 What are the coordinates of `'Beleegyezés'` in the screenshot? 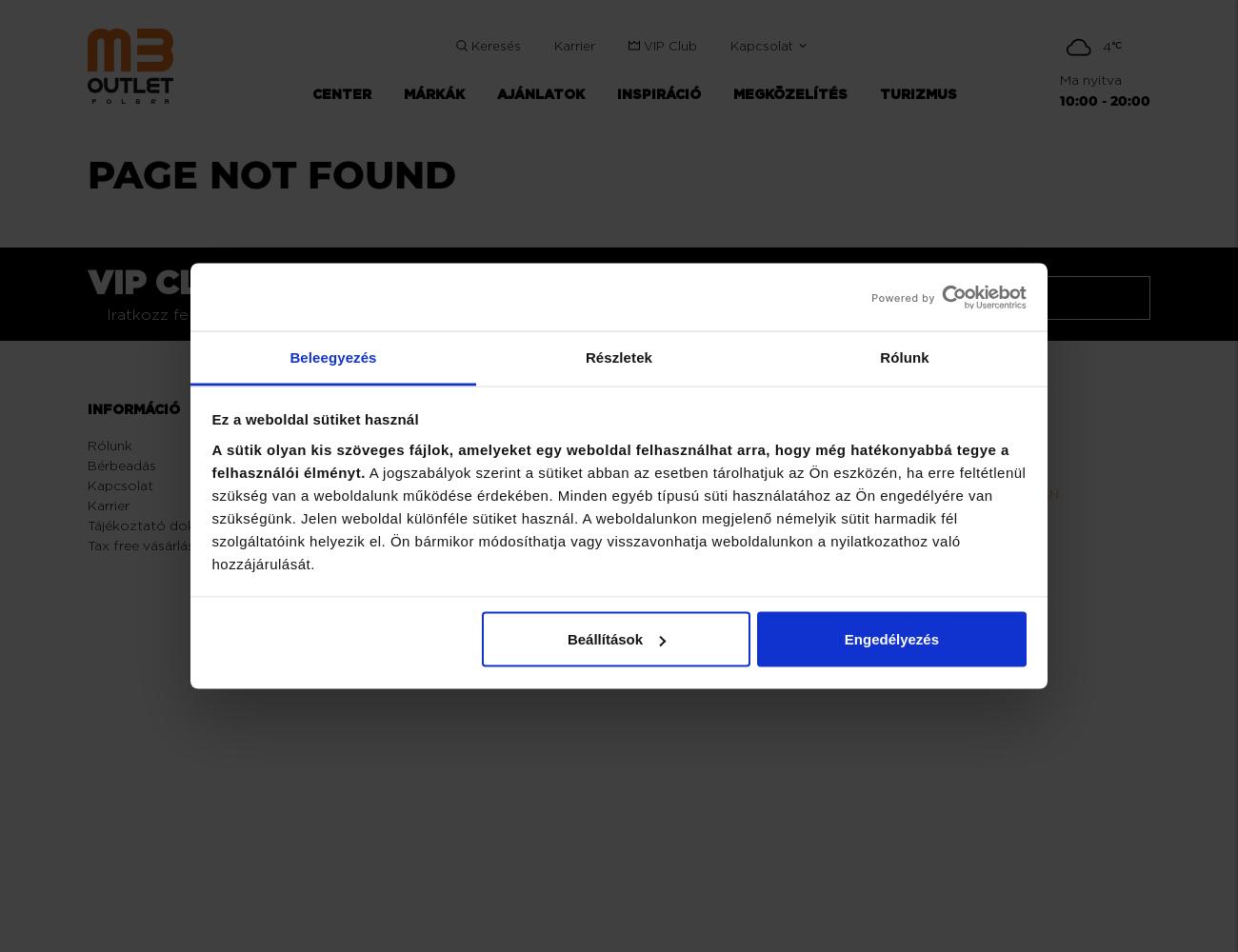 It's located at (331, 355).